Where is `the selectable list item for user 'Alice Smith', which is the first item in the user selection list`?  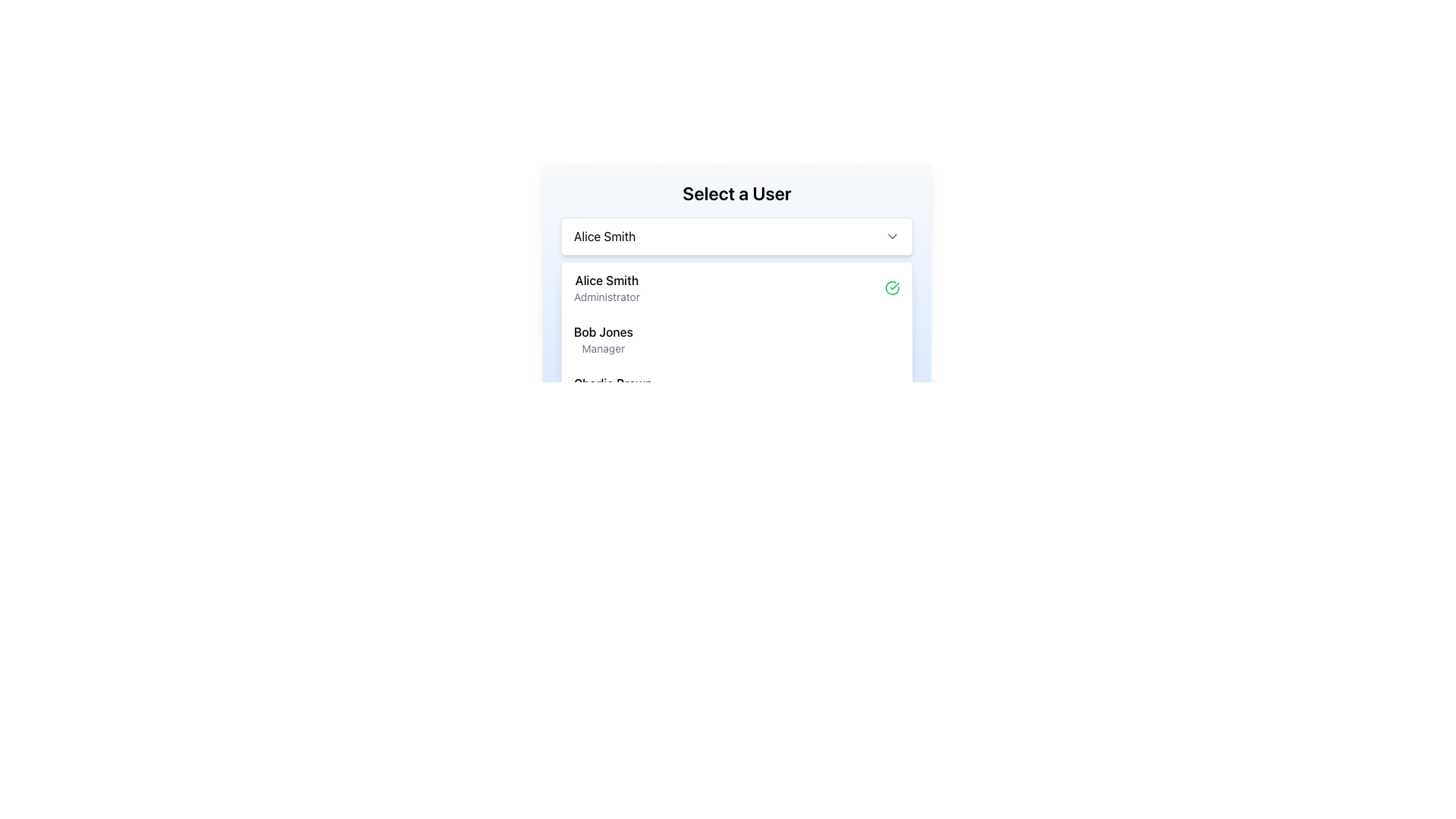 the selectable list item for user 'Alice Smith', which is the first item in the user selection list is located at coordinates (736, 288).